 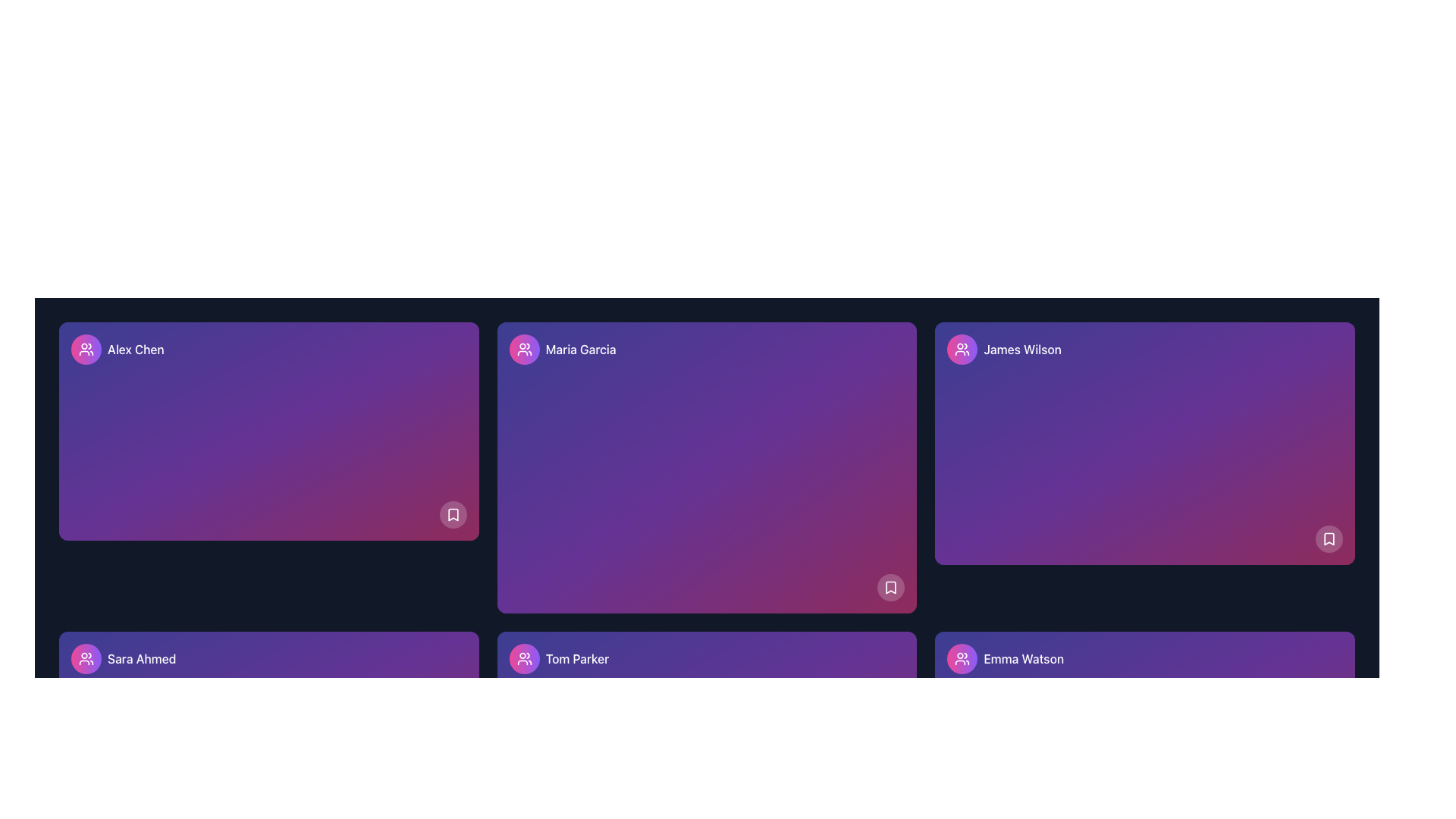 What do you see at coordinates (891, 587) in the screenshot?
I see `the bookmark icon button with a distinctive outline style located in the bottom-right corner of the card labeled 'Maria Garcia'` at bounding box center [891, 587].